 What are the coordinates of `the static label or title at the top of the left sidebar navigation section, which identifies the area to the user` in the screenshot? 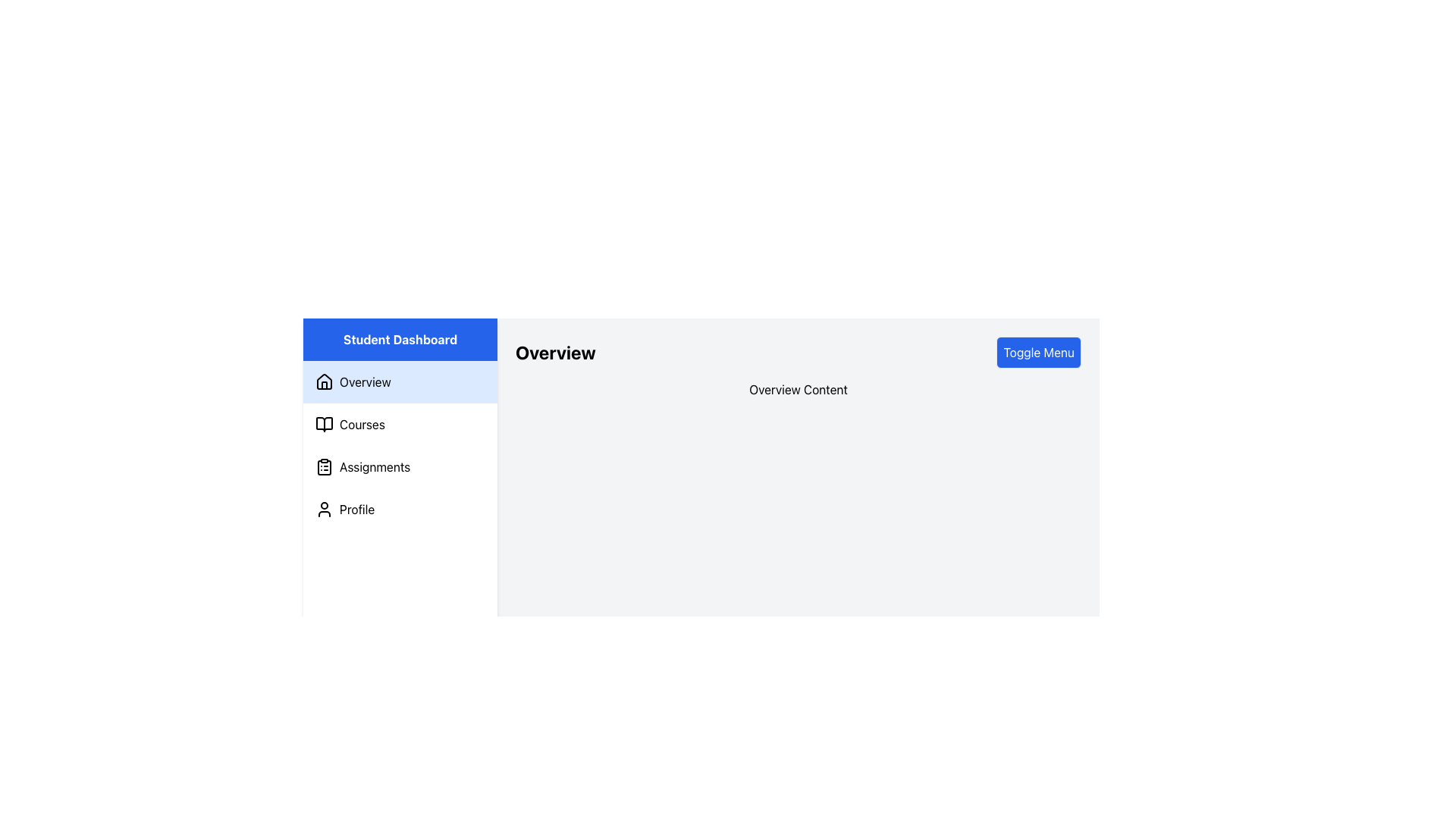 It's located at (400, 338).